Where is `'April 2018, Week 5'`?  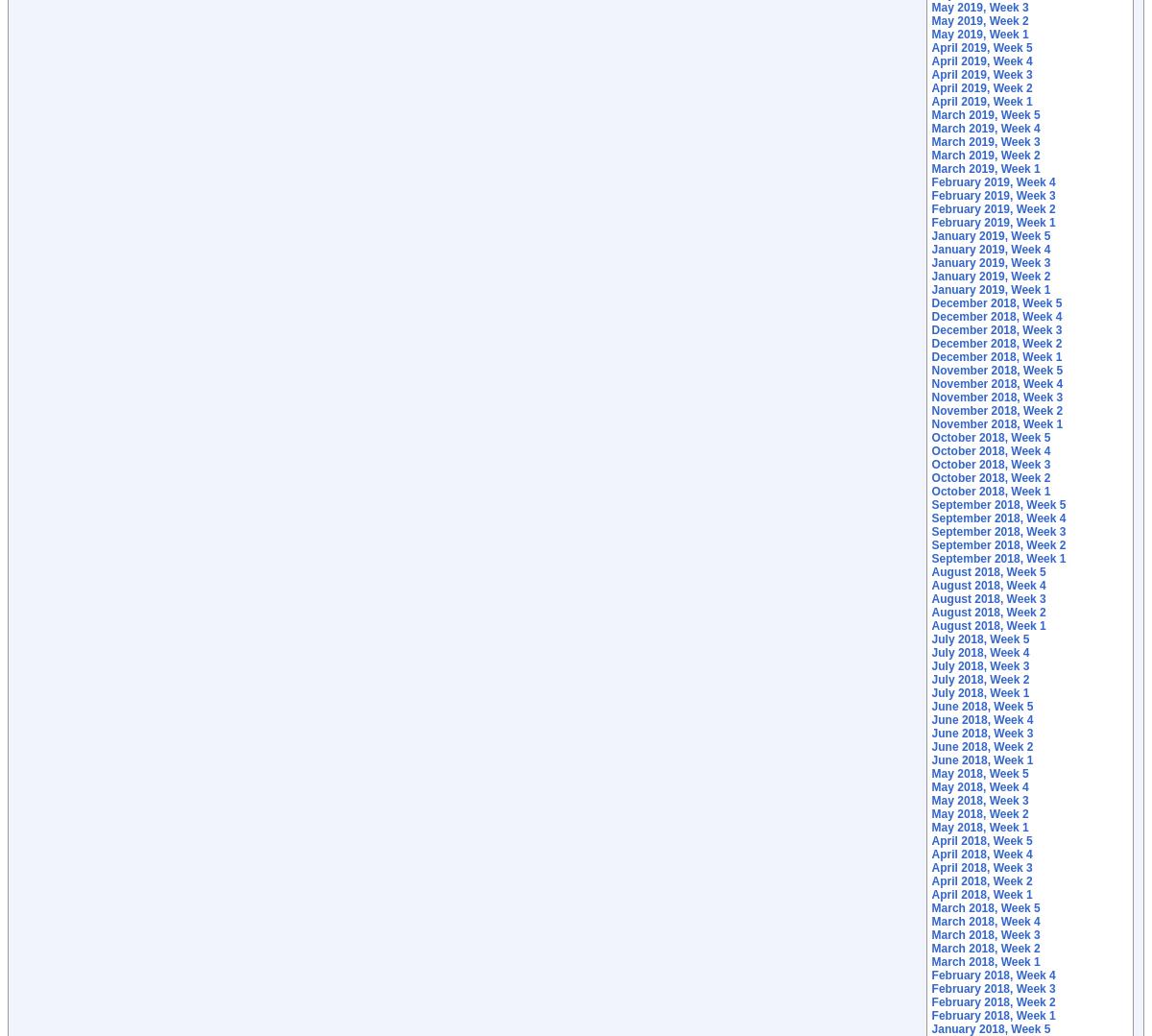
'April 2018, Week 5' is located at coordinates (981, 840).